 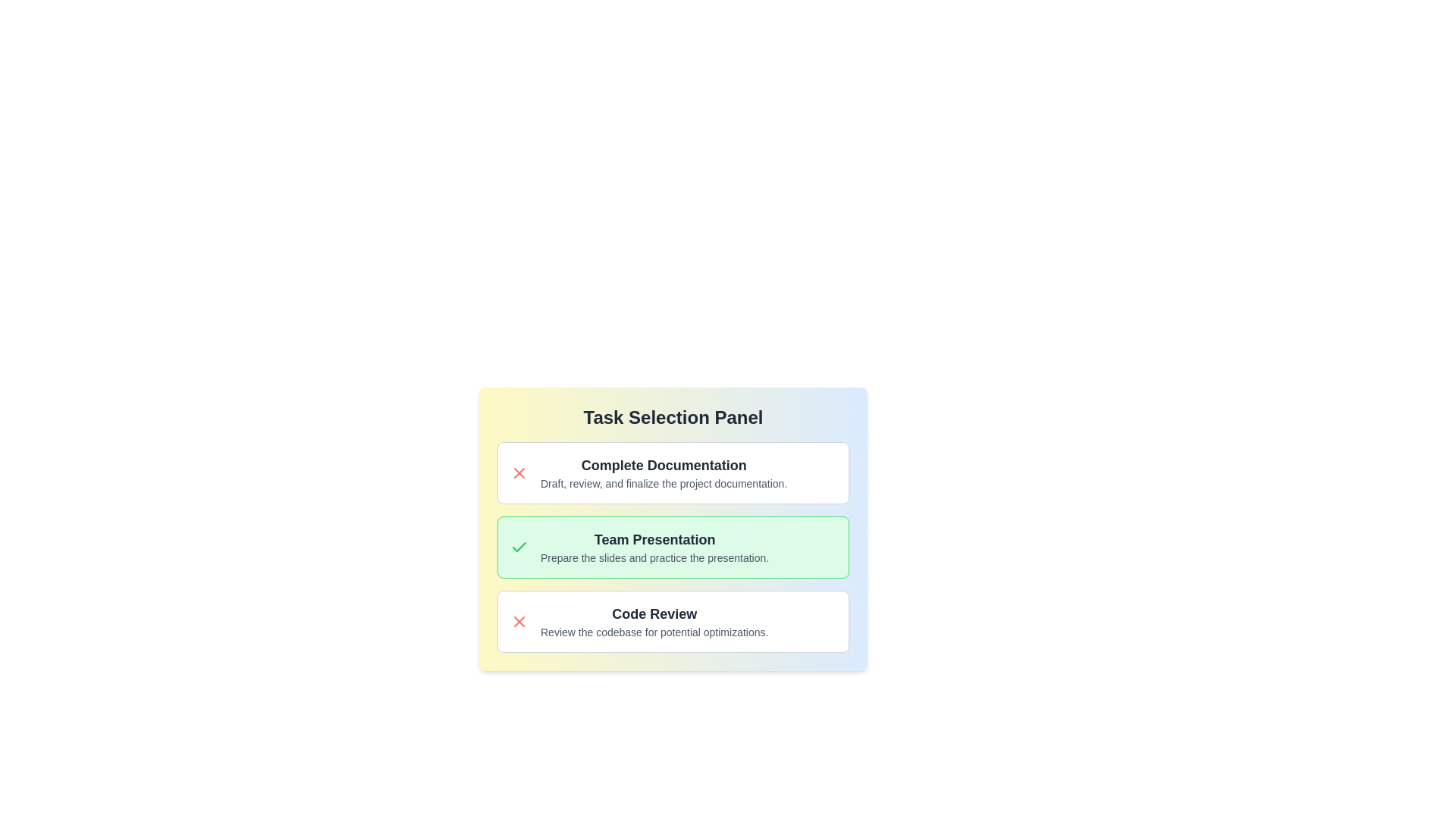 I want to click on the status icon indicating the incomplete or rejected state of the 'Complete Documentation' task, which is located at the far left of the task item, so click(x=519, y=472).